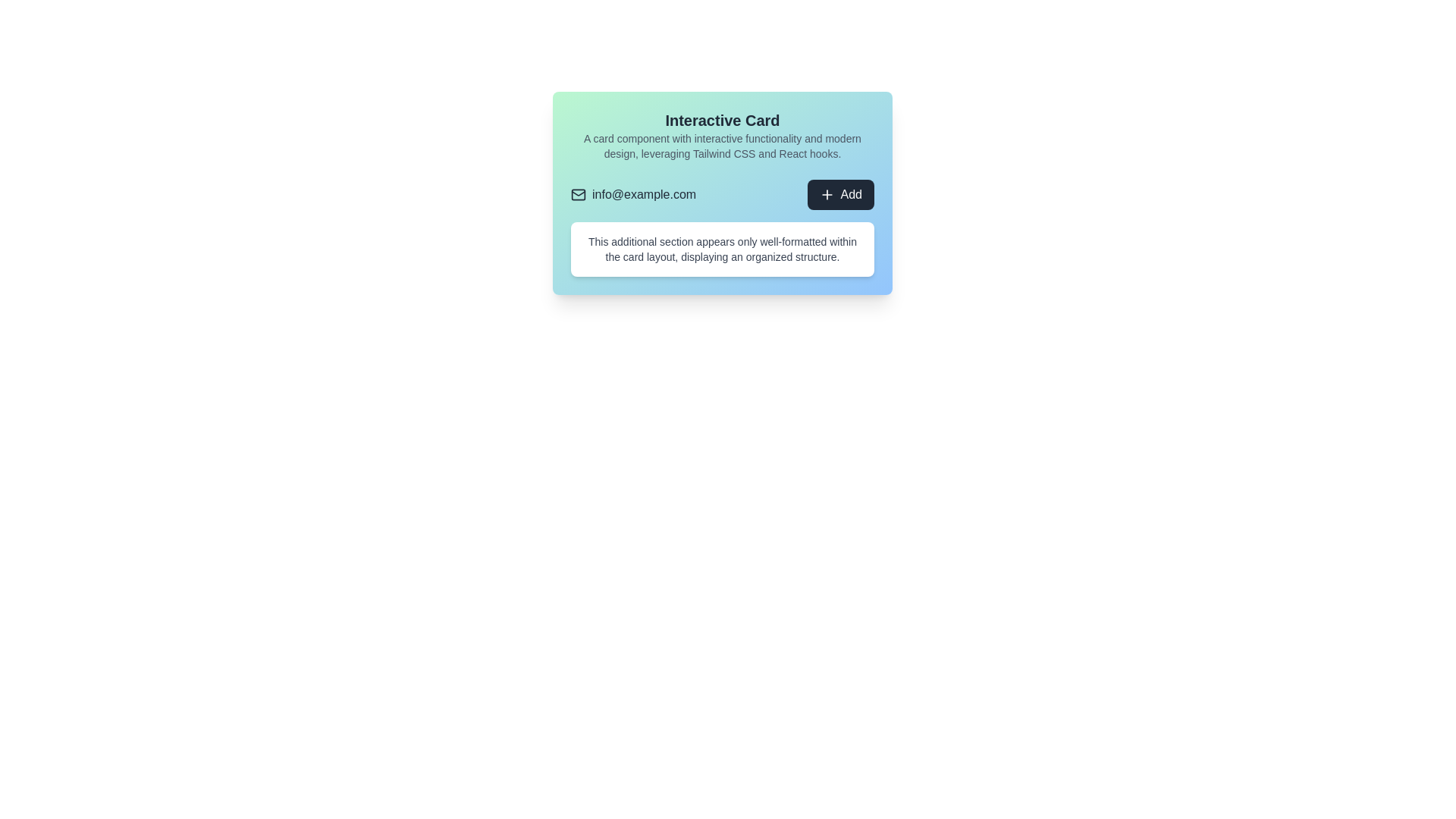  I want to click on the rectangular part of the mail icon located to the left of 'info@example.com', so click(578, 193).